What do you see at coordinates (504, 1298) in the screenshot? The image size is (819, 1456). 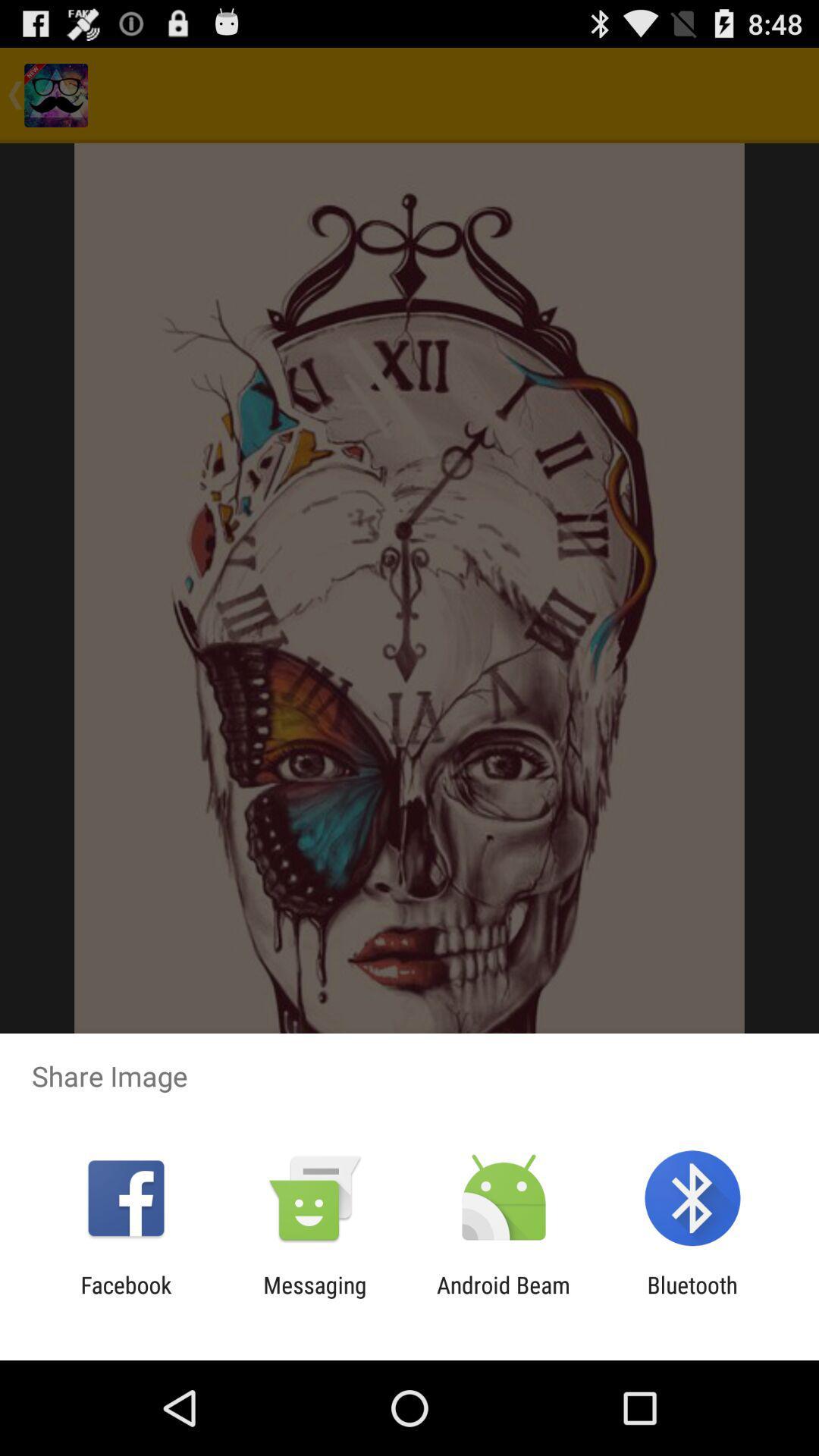 I see `app to the right of messaging item` at bounding box center [504, 1298].